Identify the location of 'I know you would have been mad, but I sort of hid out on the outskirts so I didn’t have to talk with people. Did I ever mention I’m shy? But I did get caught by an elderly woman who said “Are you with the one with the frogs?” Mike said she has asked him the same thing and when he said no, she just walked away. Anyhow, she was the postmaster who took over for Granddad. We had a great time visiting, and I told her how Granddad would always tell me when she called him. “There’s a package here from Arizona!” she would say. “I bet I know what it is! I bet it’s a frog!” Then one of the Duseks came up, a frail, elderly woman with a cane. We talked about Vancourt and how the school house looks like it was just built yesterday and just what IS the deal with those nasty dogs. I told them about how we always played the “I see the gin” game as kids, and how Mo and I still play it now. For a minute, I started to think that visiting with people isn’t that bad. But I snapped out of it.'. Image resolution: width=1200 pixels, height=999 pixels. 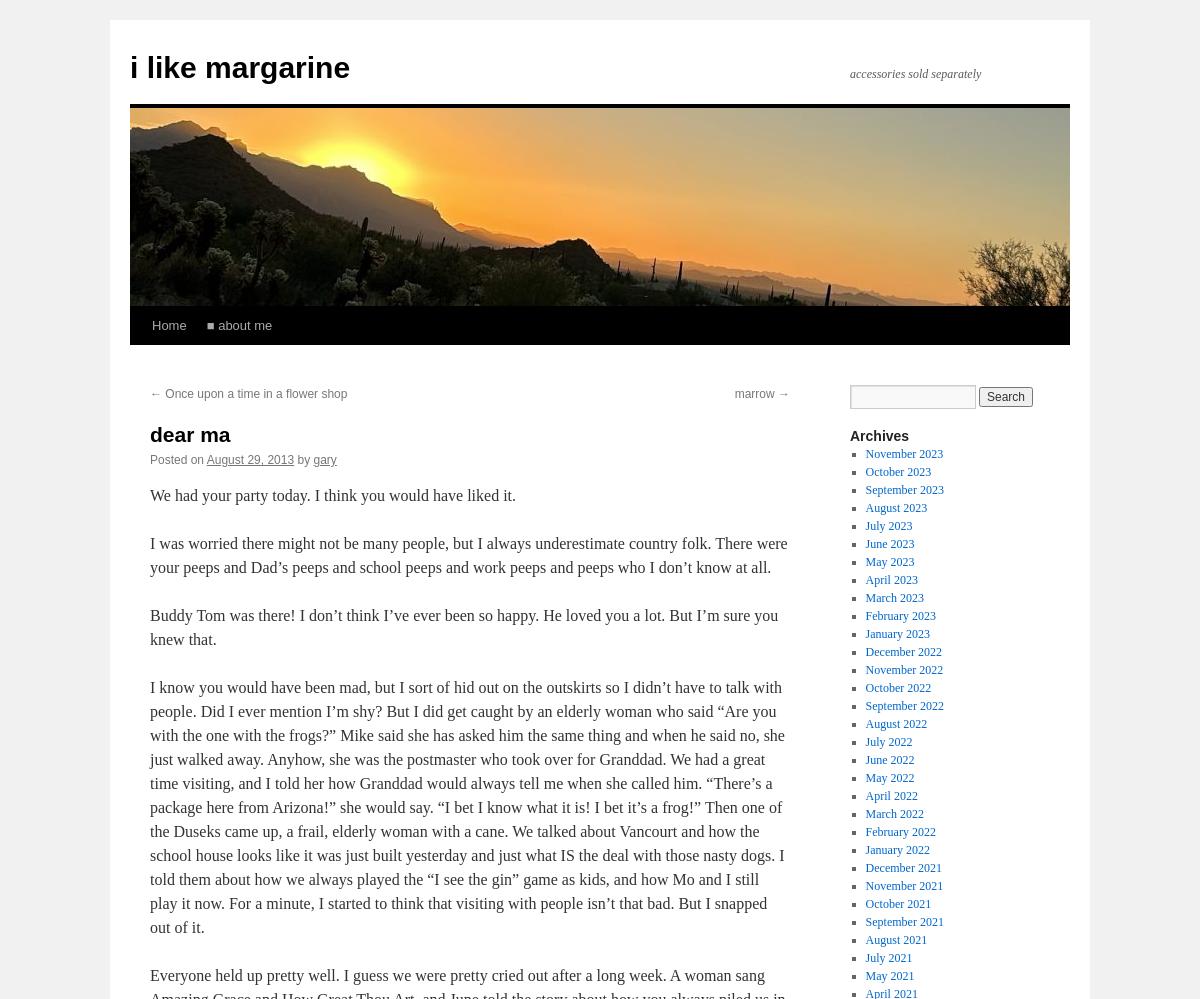
(466, 807).